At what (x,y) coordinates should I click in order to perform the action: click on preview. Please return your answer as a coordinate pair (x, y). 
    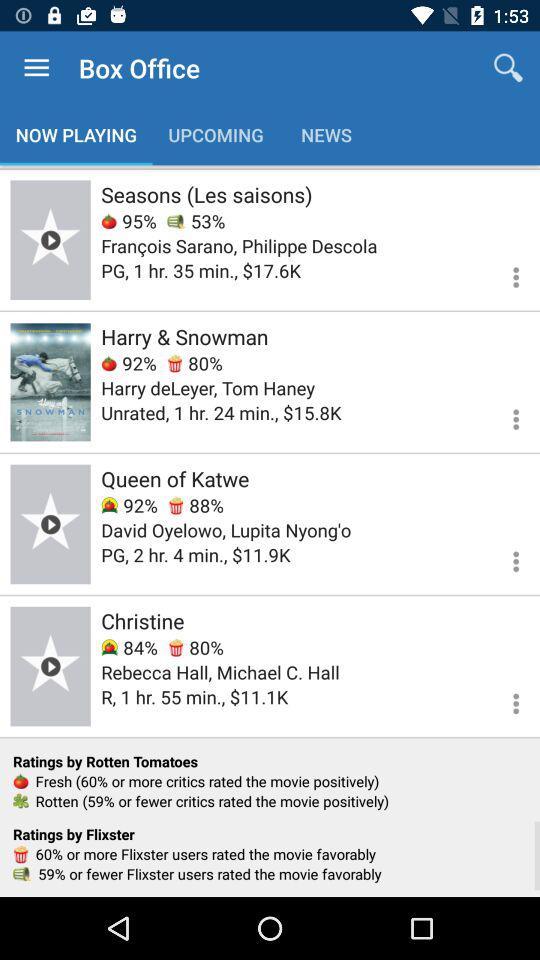
    Looking at the image, I should click on (50, 666).